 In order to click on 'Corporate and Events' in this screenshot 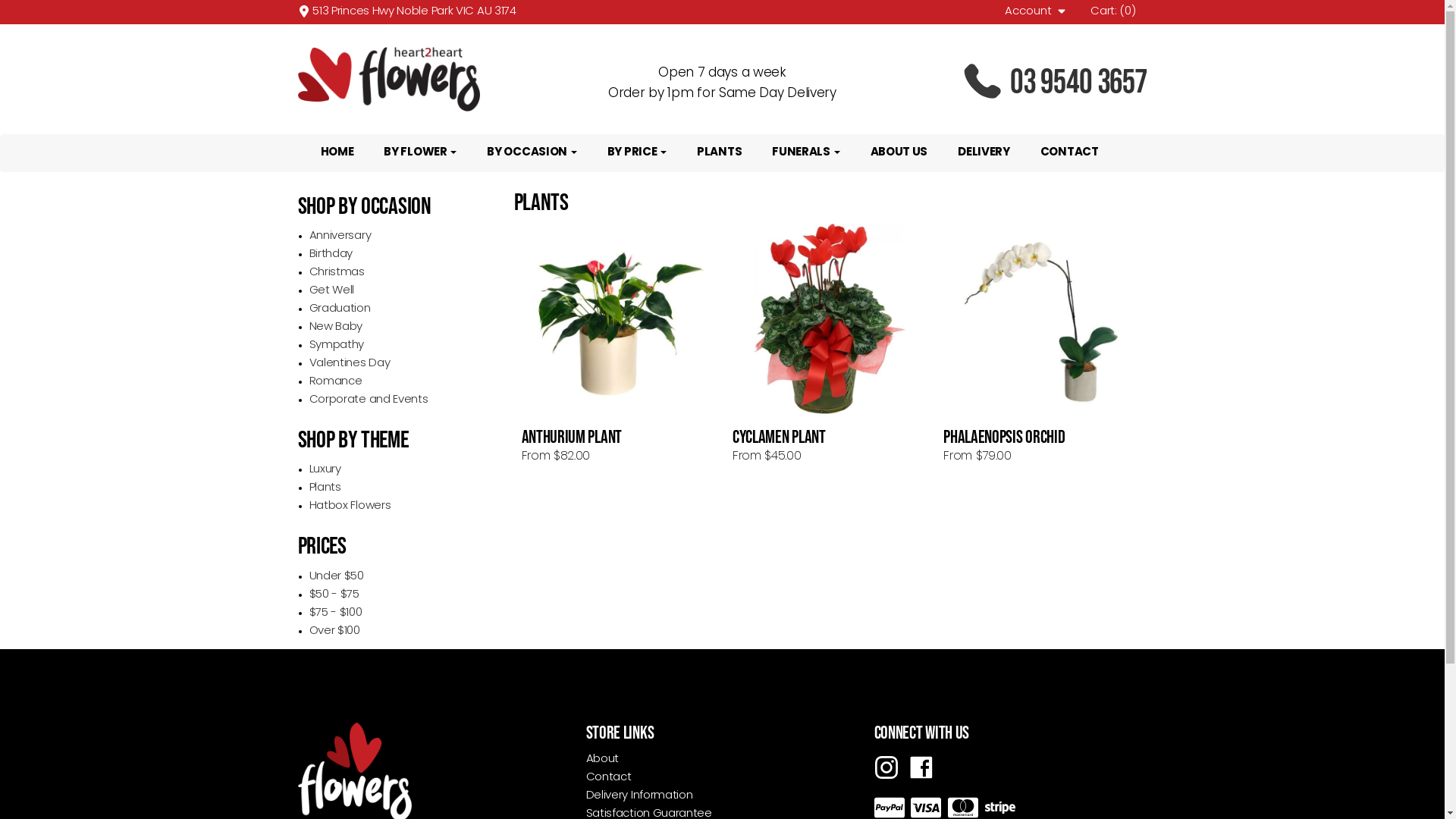, I will do `click(369, 399)`.